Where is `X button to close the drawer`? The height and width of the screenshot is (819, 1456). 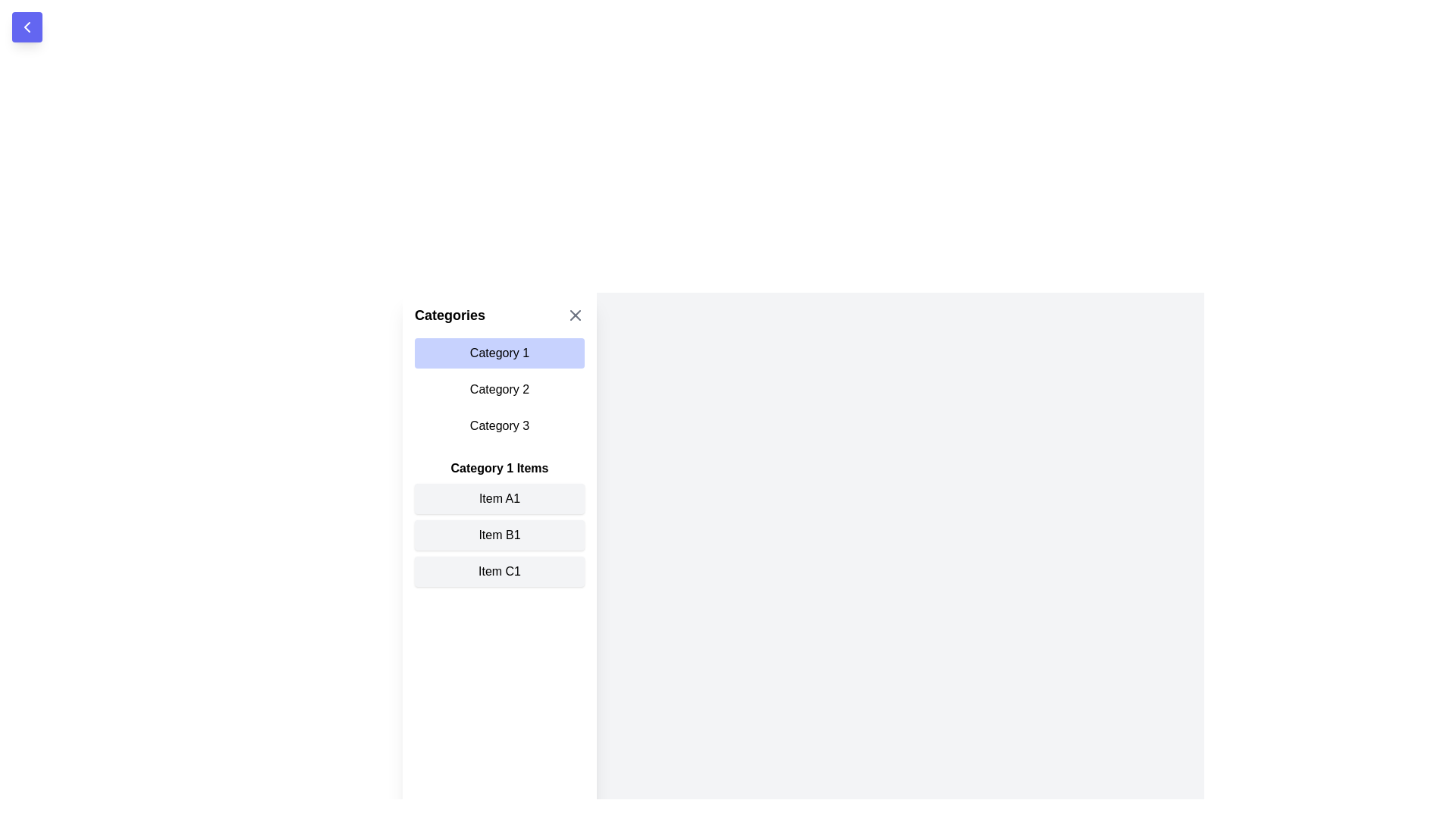 X button to close the drawer is located at coordinates (574, 315).